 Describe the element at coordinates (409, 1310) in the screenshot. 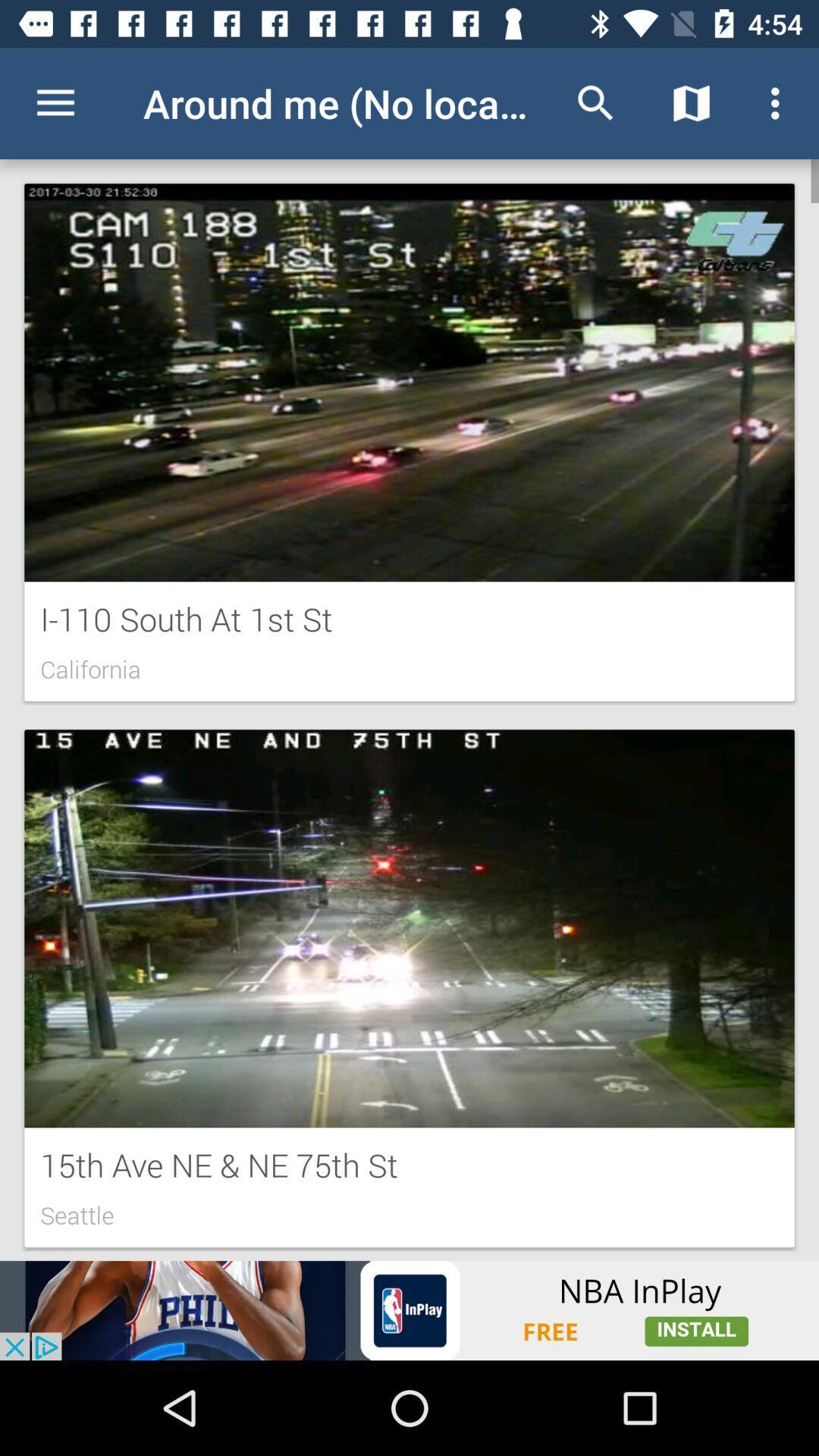

I see `advertising` at that location.